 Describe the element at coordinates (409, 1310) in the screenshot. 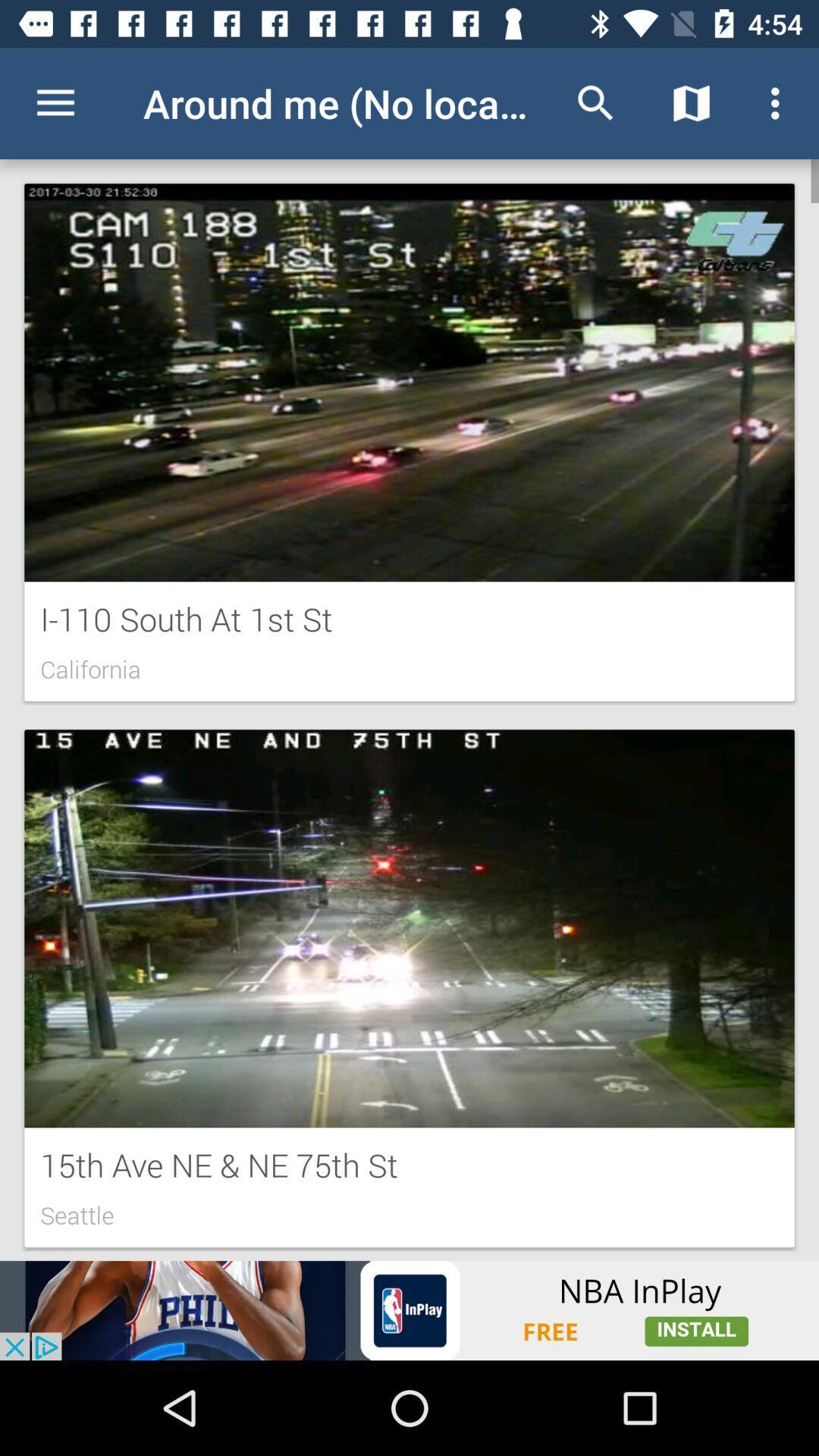

I see `advertising` at that location.